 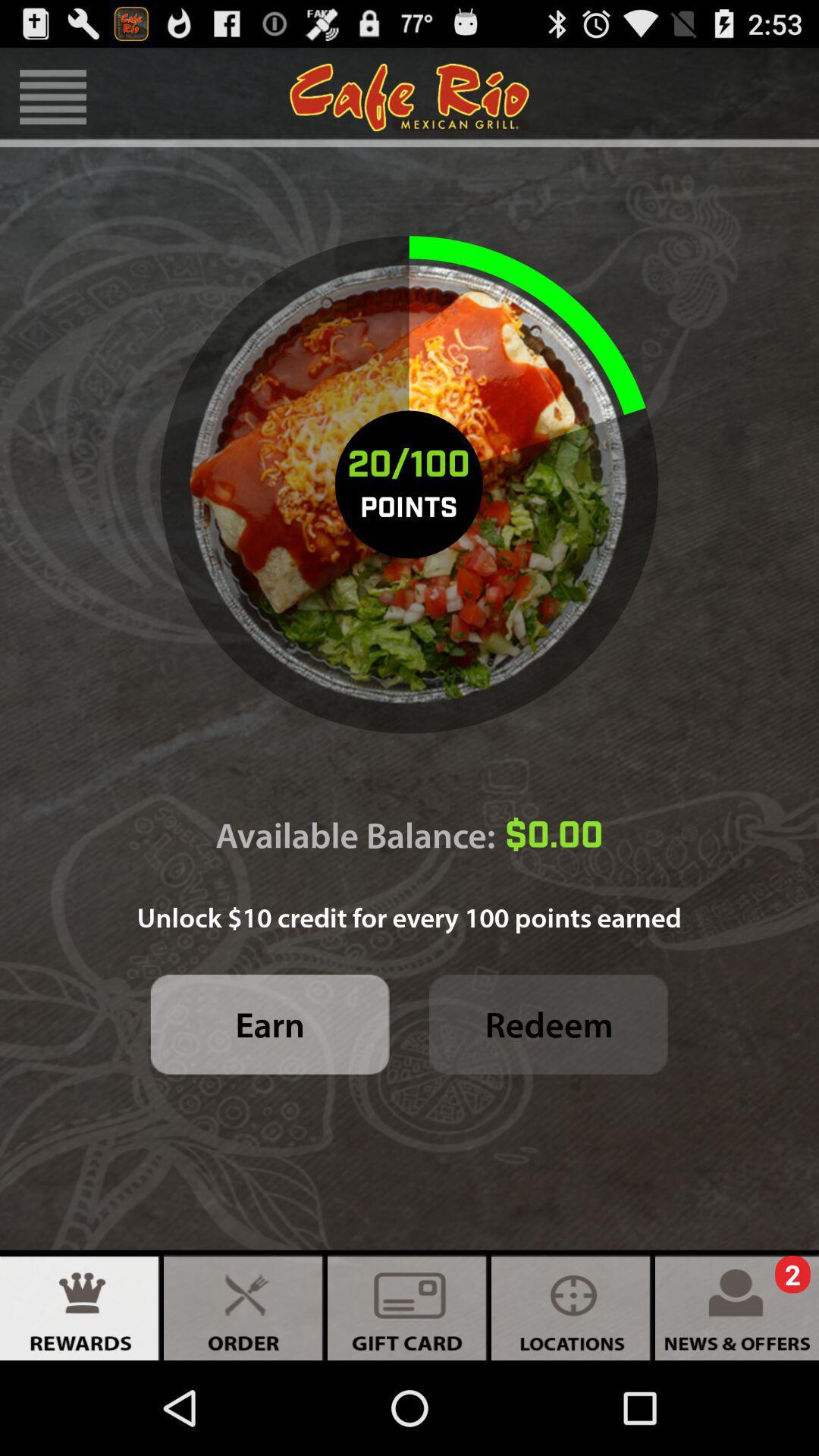 What do you see at coordinates (52, 103) in the screenshot?
I see `the menu icon` at bounding box center [52, 103].